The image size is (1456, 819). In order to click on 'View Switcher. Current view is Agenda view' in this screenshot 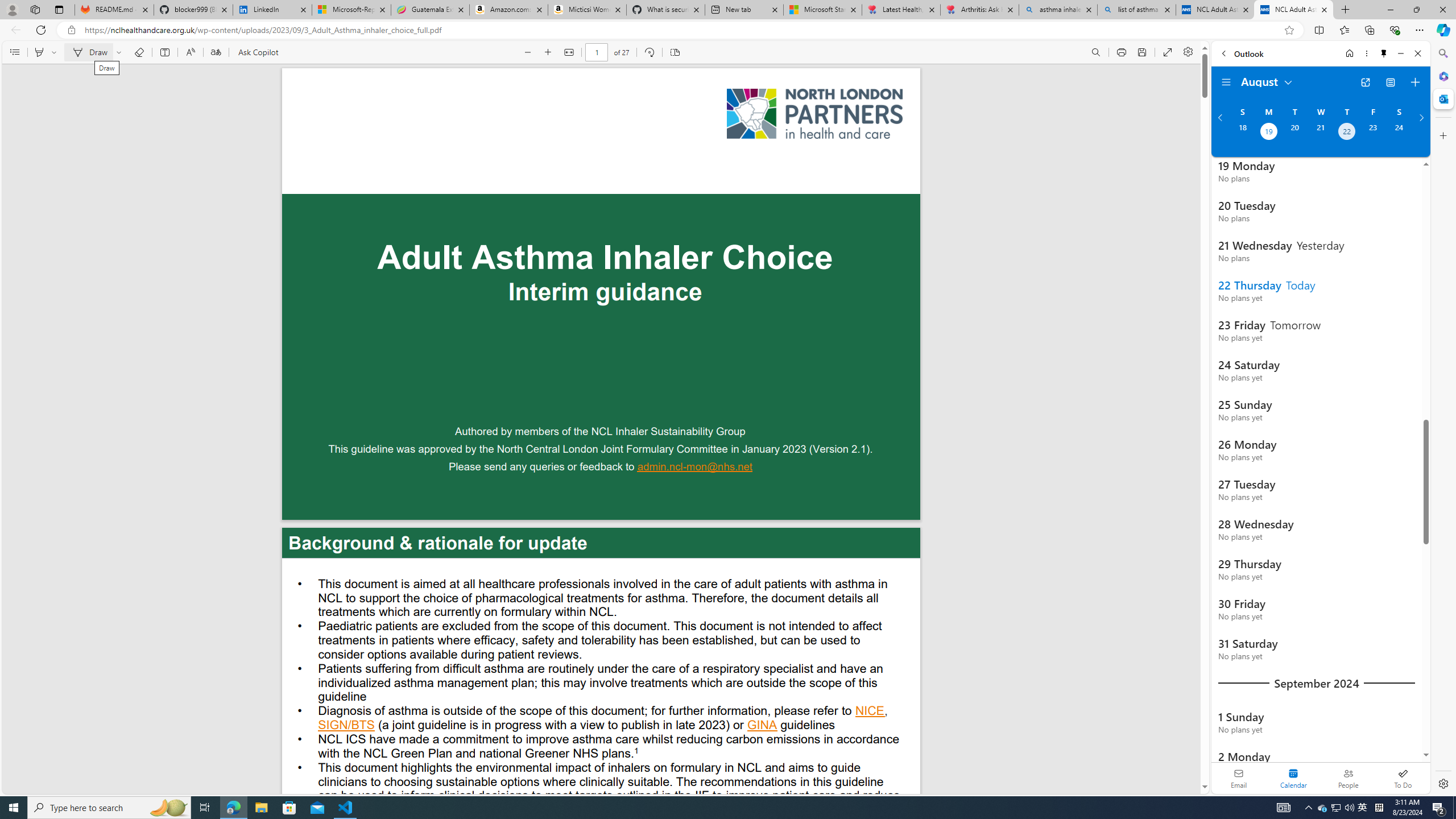, I will do `click(1389, 82)`.